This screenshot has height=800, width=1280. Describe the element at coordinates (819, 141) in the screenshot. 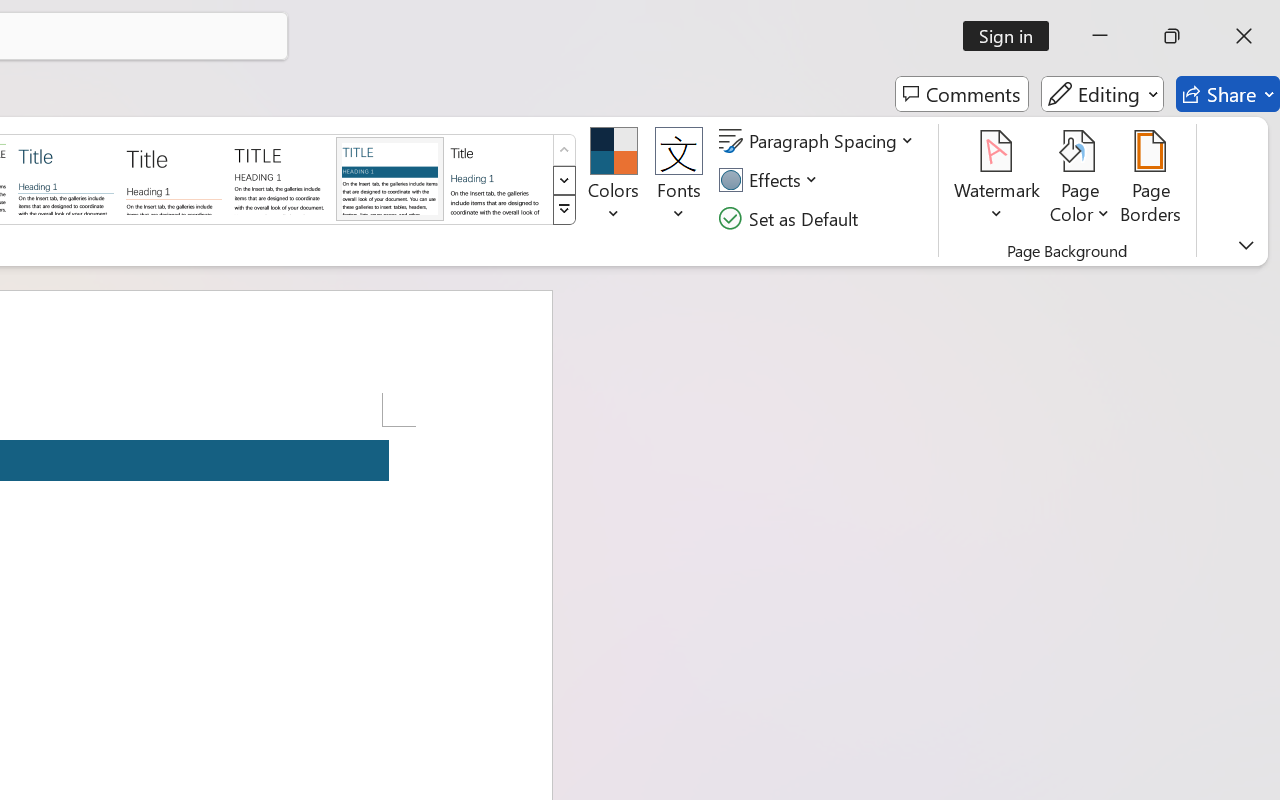

I see `'Paragraph Spacing'` at that location.